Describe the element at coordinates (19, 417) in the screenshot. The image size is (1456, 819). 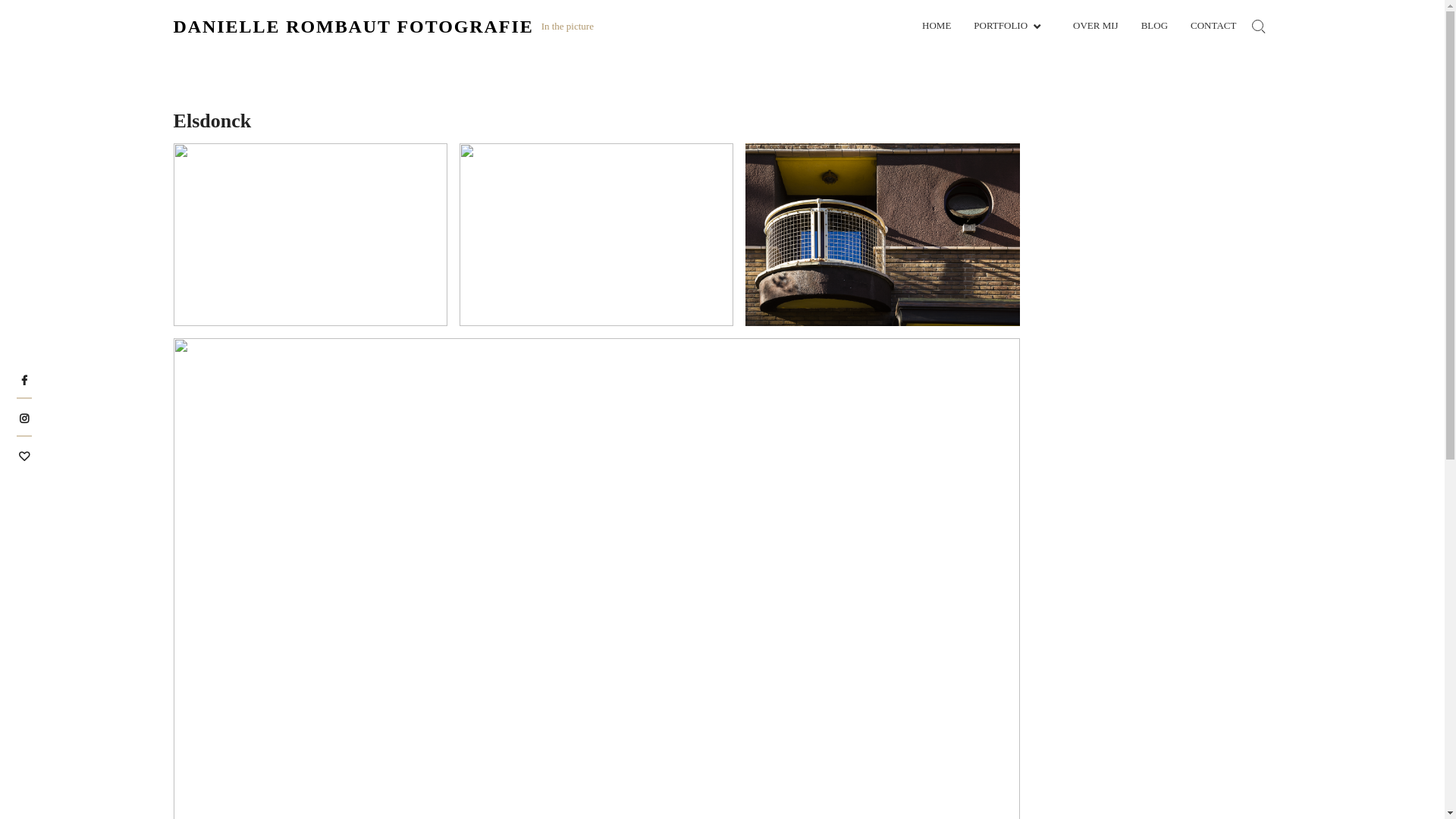
I see `'Instagram'` at that location.